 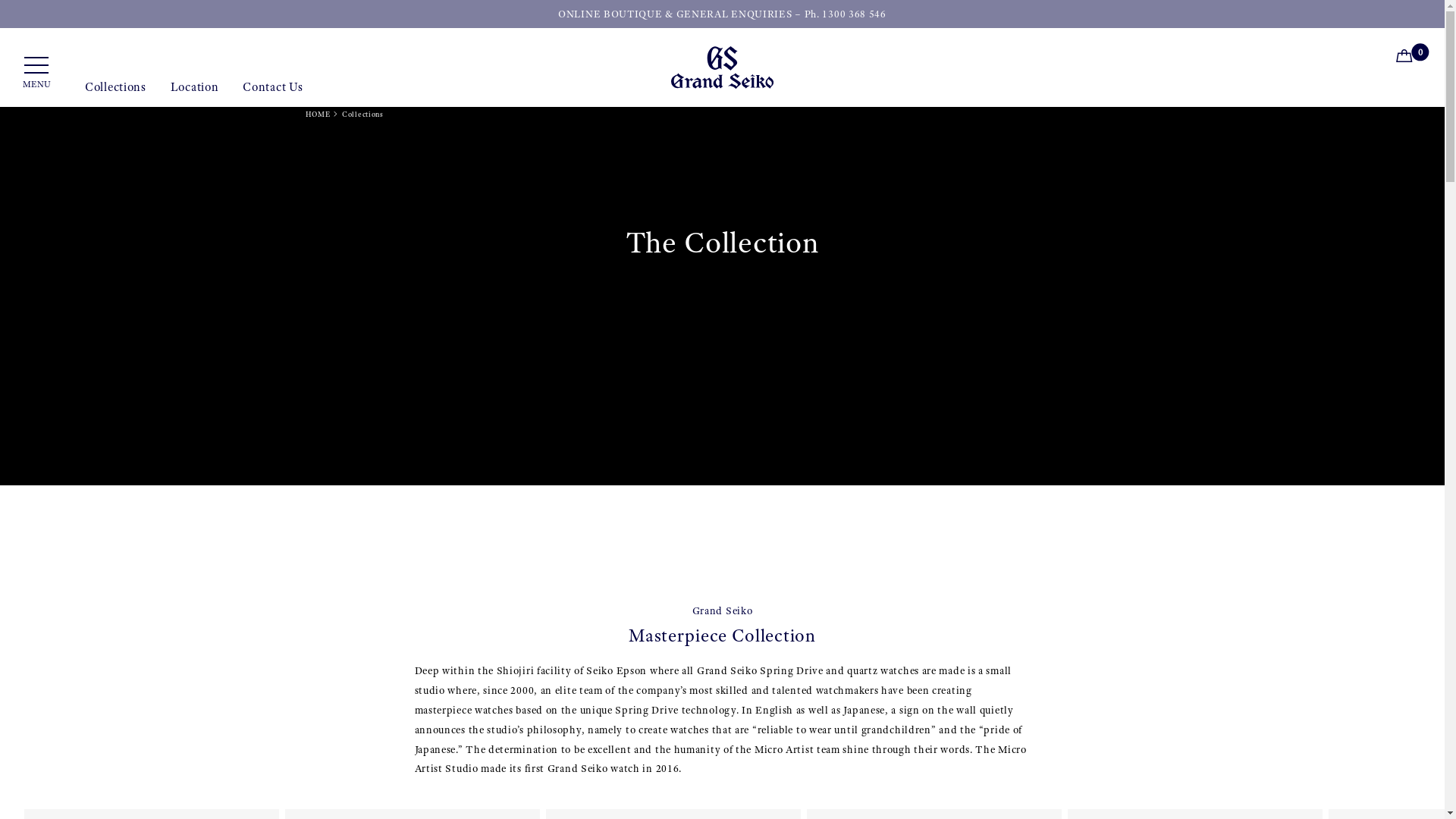 What do you see at coordinates (115, 93) in the screenshot?
I see `'Collections'` at bounding box center [115, 93].